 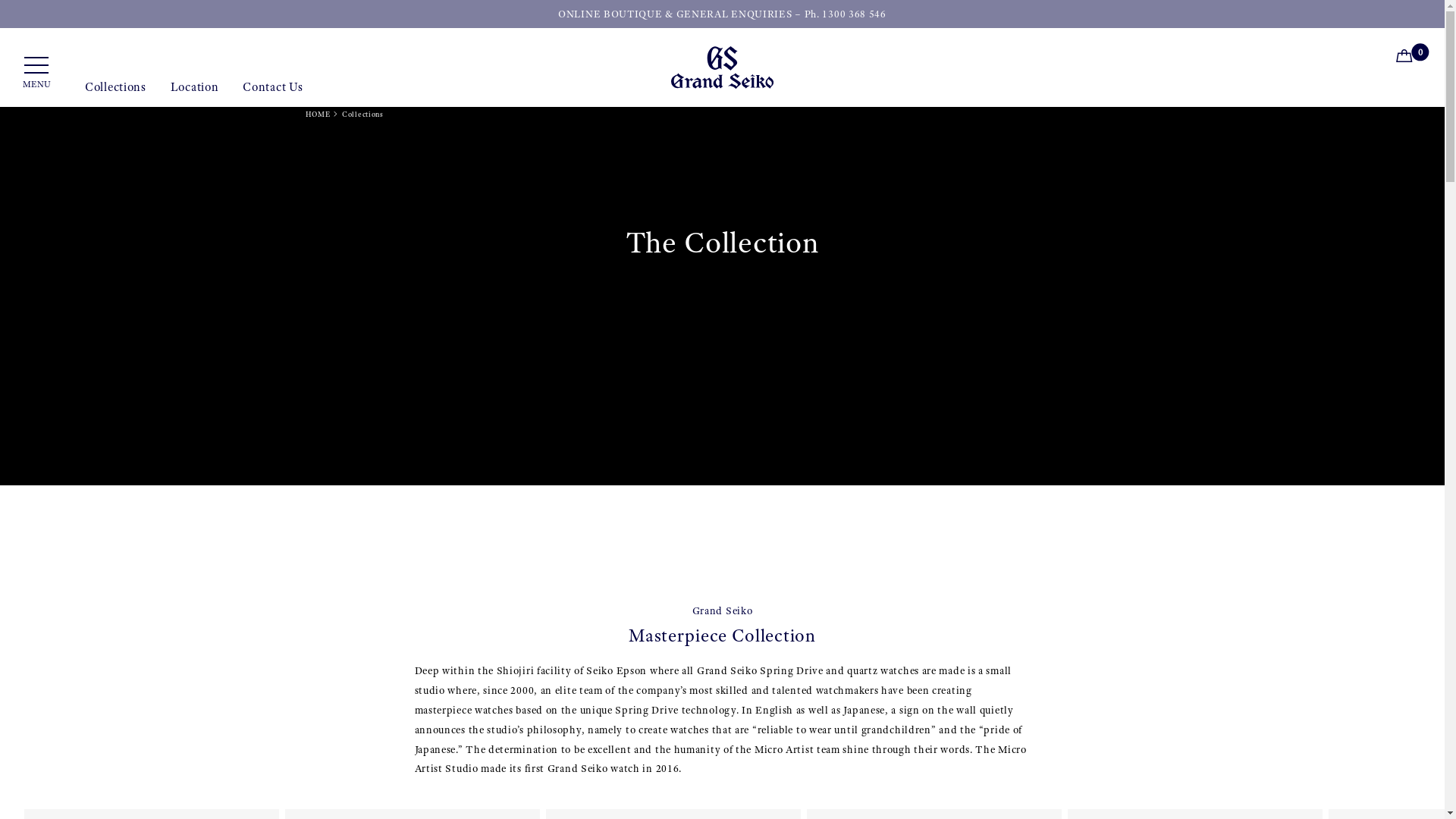 What do you see at coordinates (115, 93) in the screenshot?
I see `'Collections'` at bounding box center [115, 93].